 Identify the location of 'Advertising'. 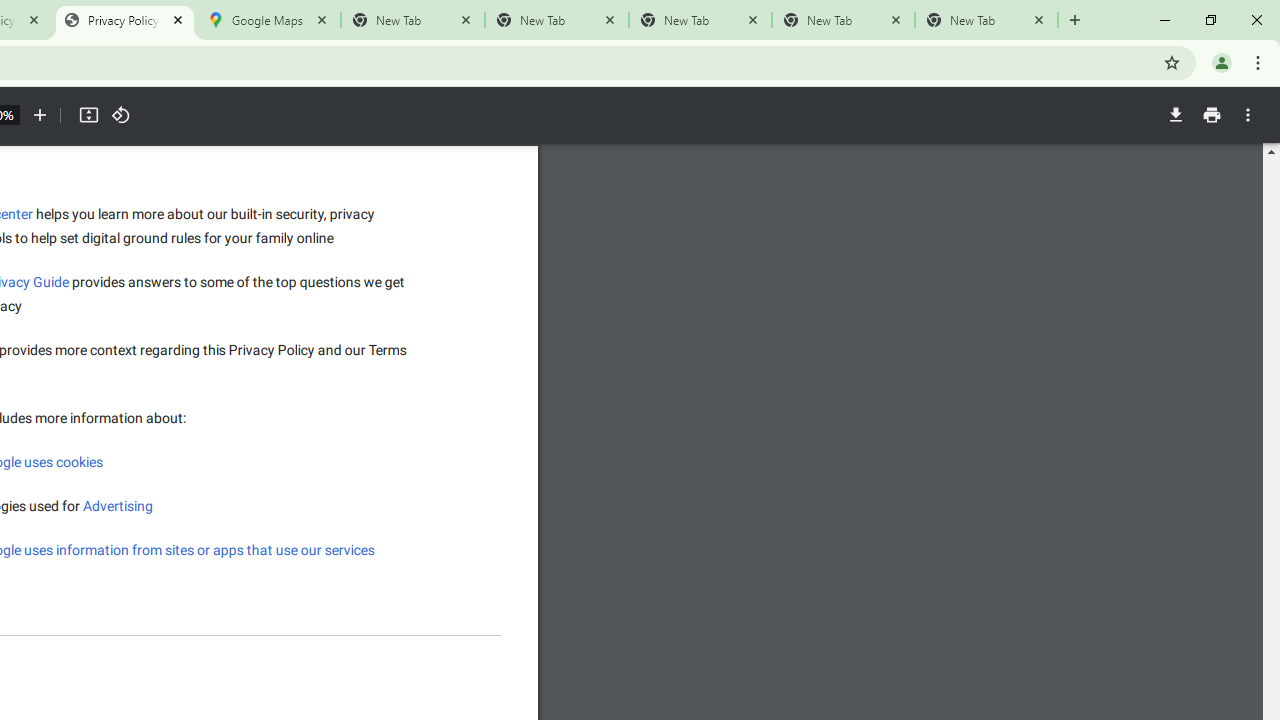
(117, 505).